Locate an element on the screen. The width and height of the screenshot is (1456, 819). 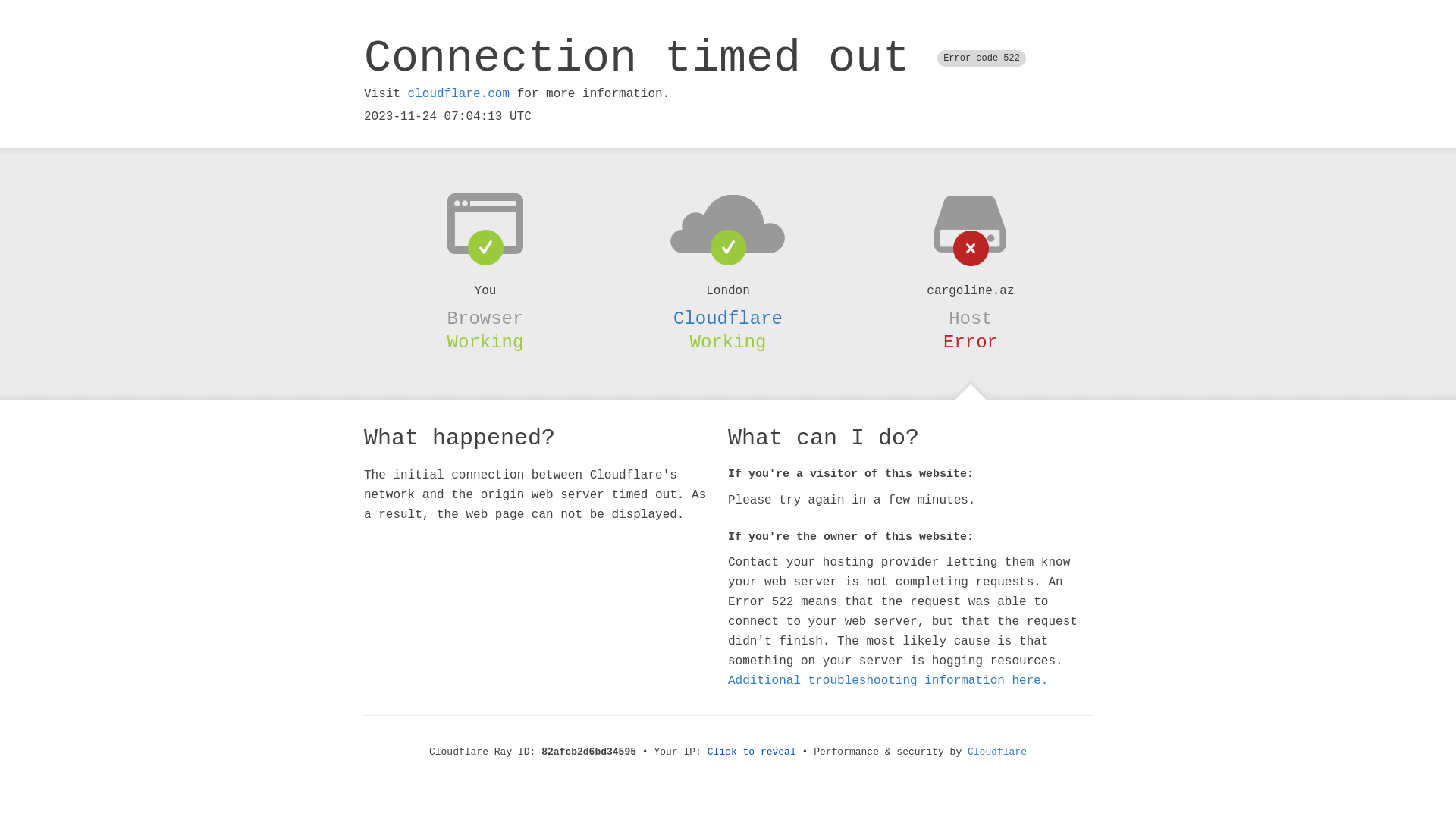
'Cloudflare' is located at coordinates (997, 752).